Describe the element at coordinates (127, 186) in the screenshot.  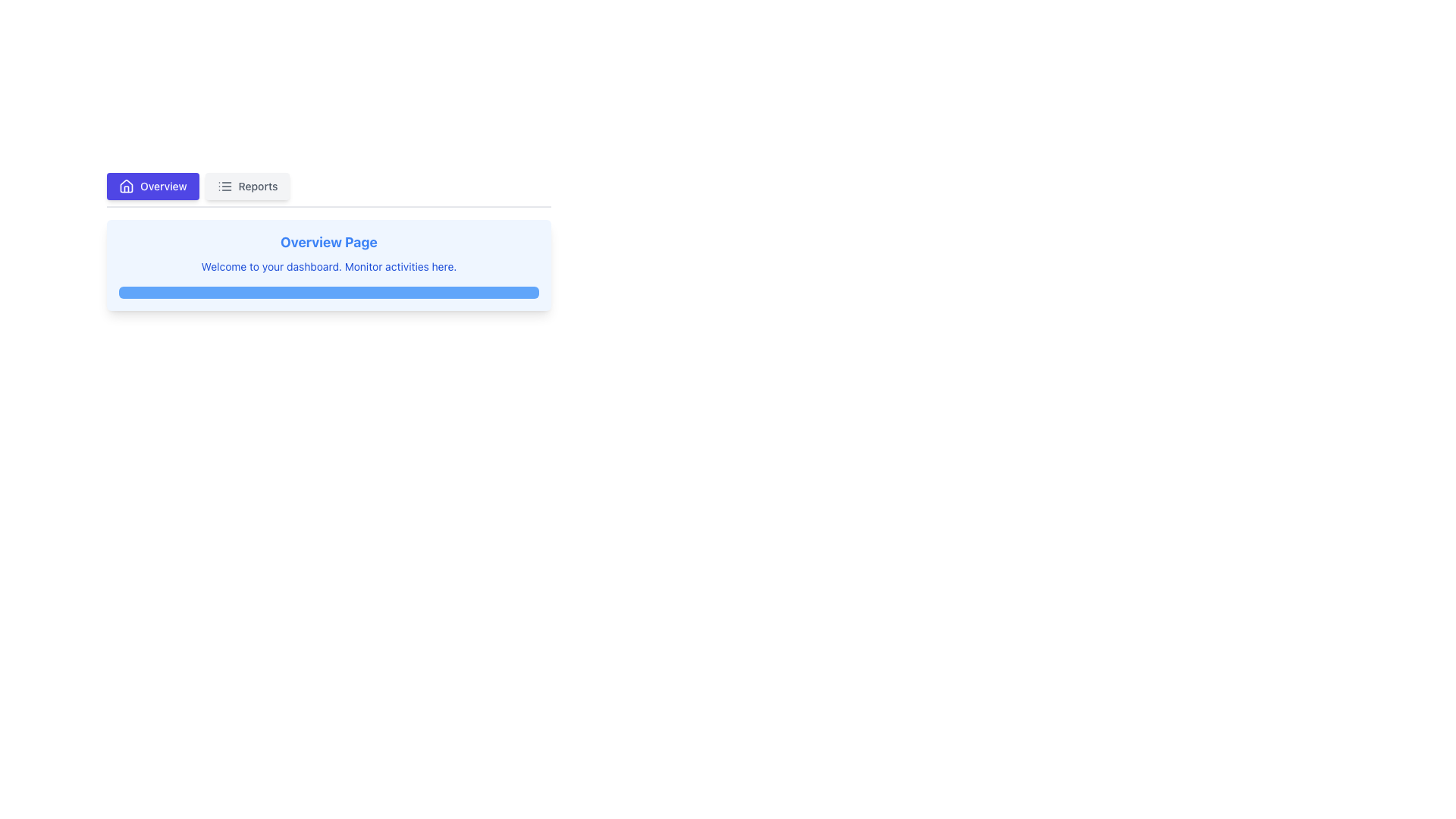
I see `the icon representing the 'Overview' tab located in the upper-left corner, adjacent to the 'Reports' tab and to the left of the 'Overview' text` at that location.